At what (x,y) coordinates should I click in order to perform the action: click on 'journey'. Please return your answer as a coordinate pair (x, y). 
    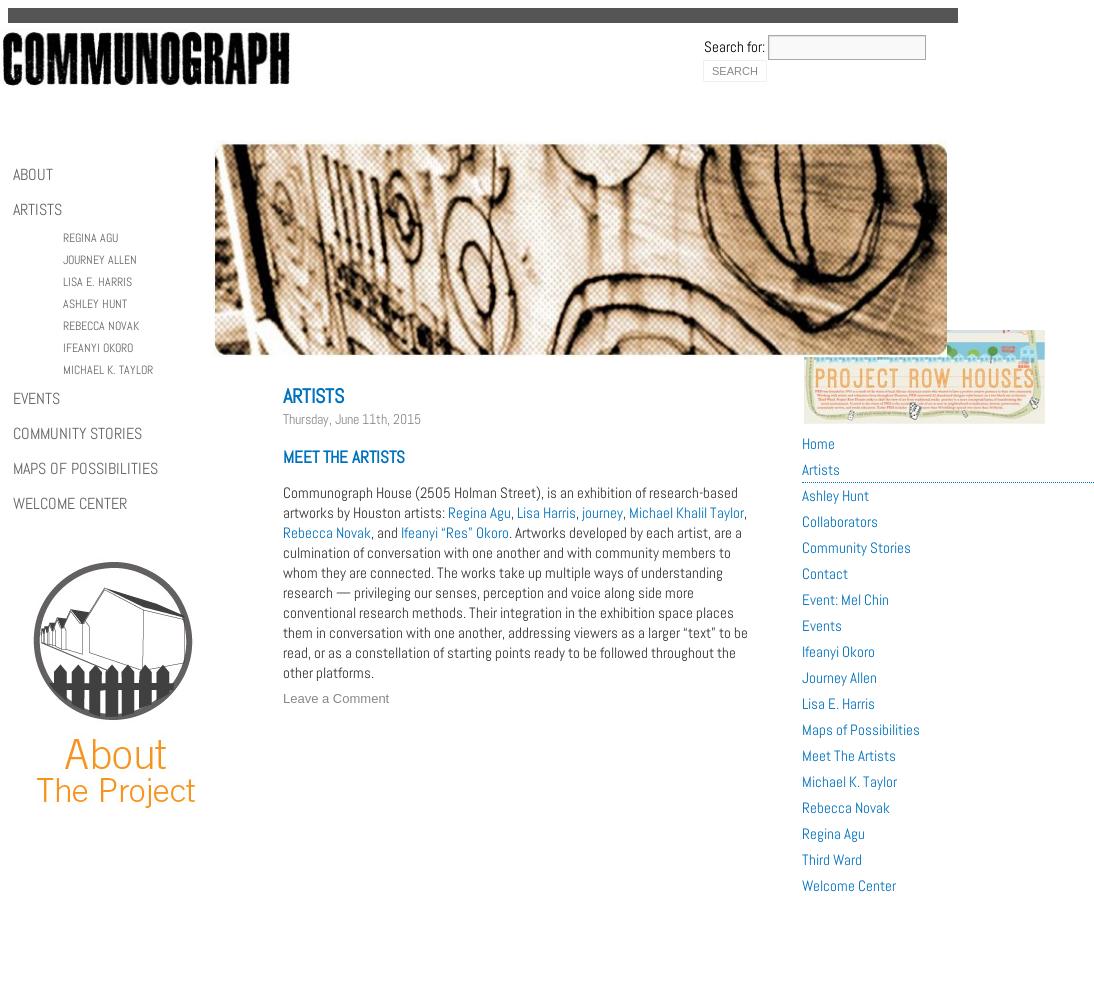
    Looking at the image, I should click on (601, 511).